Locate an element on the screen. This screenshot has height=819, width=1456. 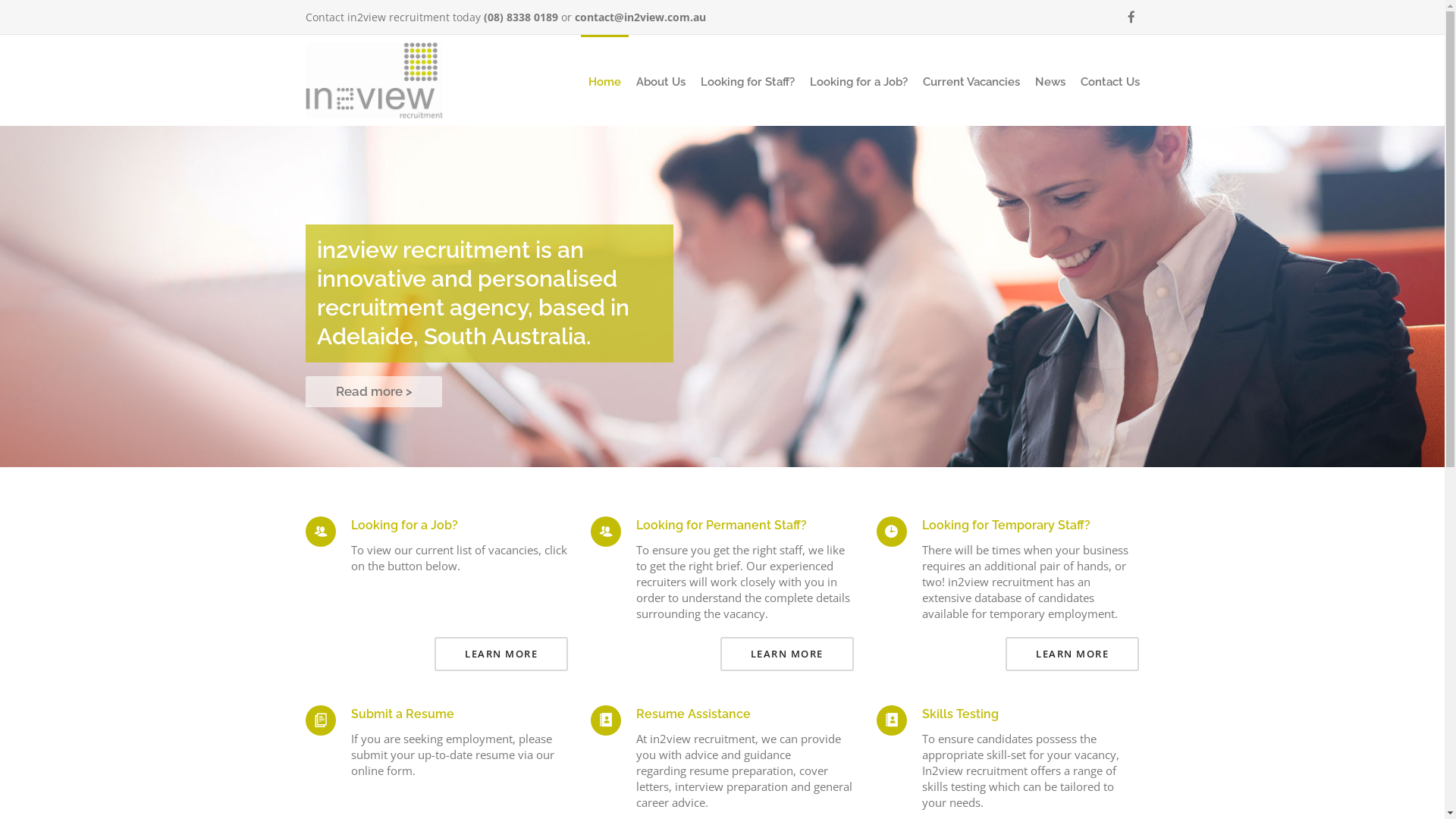
'LEARN MORE' is located at coordinates (1072, 653).